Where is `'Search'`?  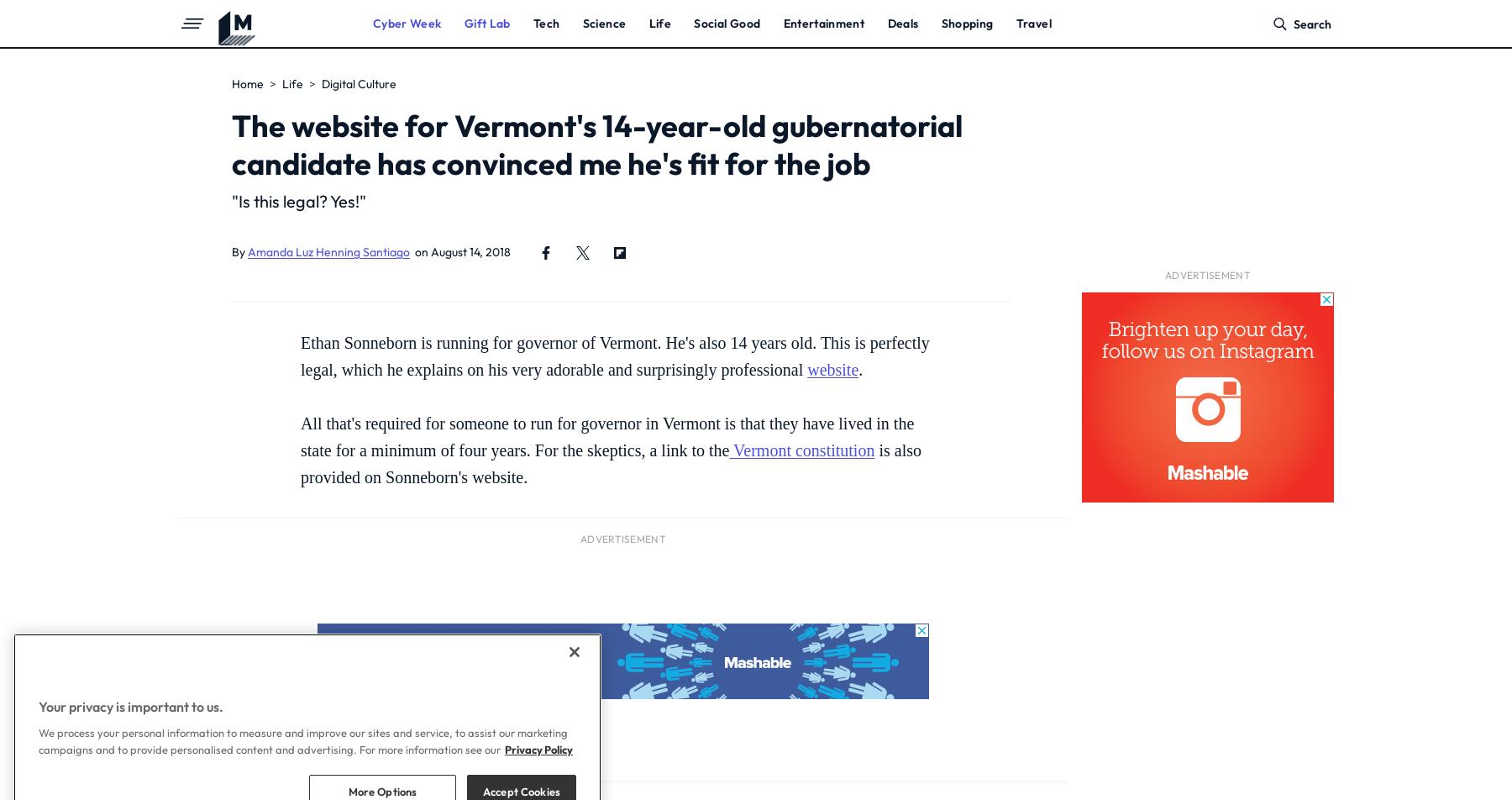
'Search' is located at coordinates (1312, 24).